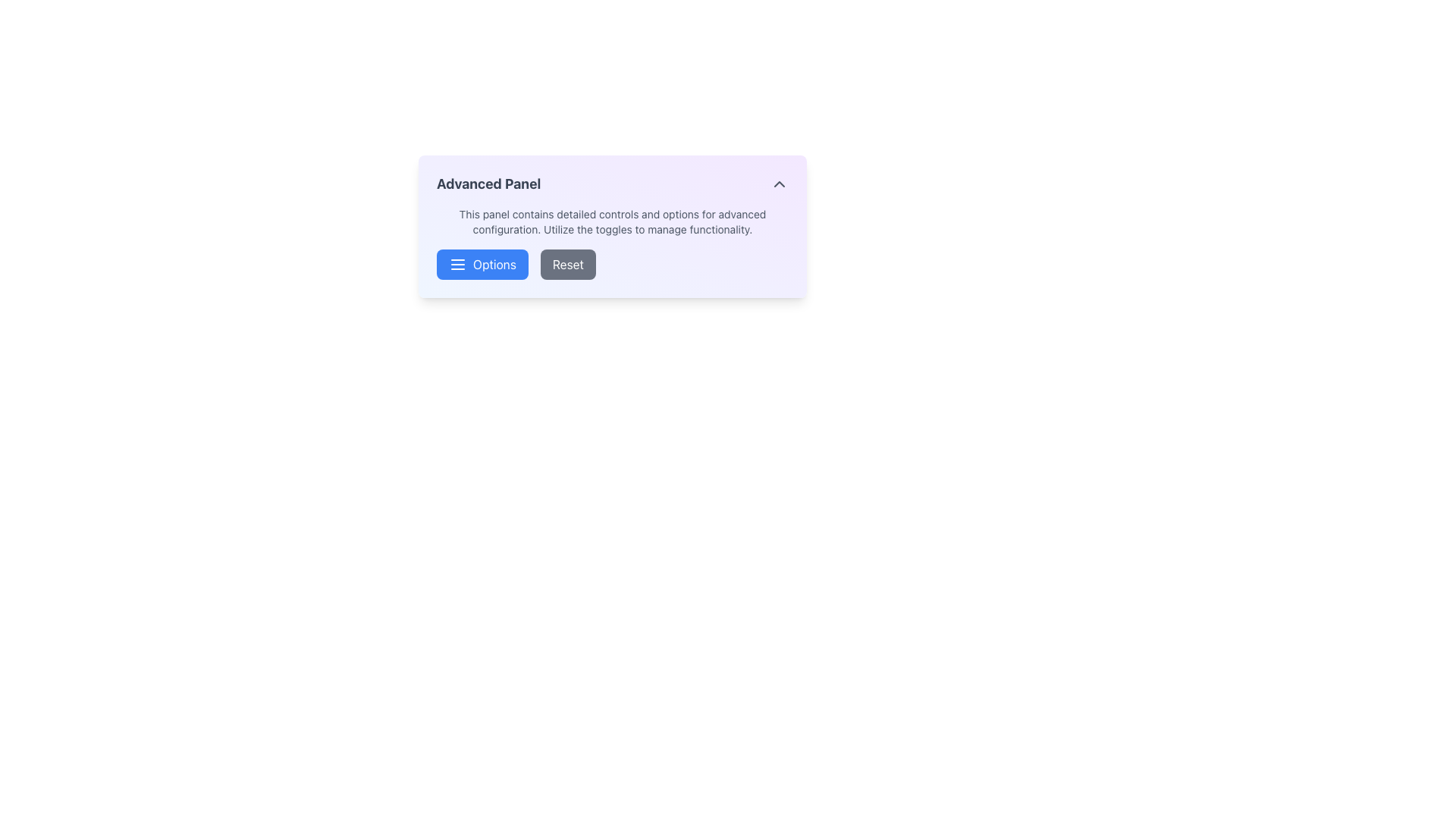  What do you see at coordinates (612, 263) in the screenshot?
I see `the 'Reset' button located in the Button group under the 'Advanced Panel'` at bounding box center [612, 263].